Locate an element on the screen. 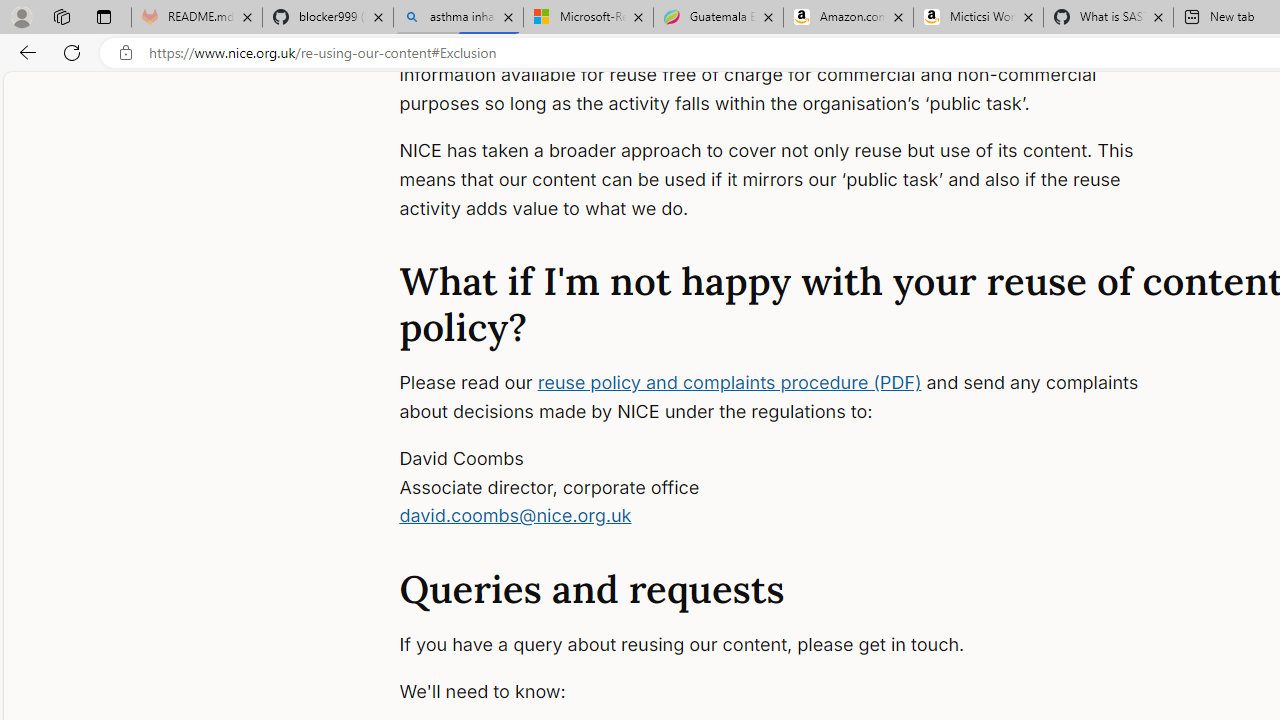  'asthma inhaler - Search' is located at coordinates (457, 17).